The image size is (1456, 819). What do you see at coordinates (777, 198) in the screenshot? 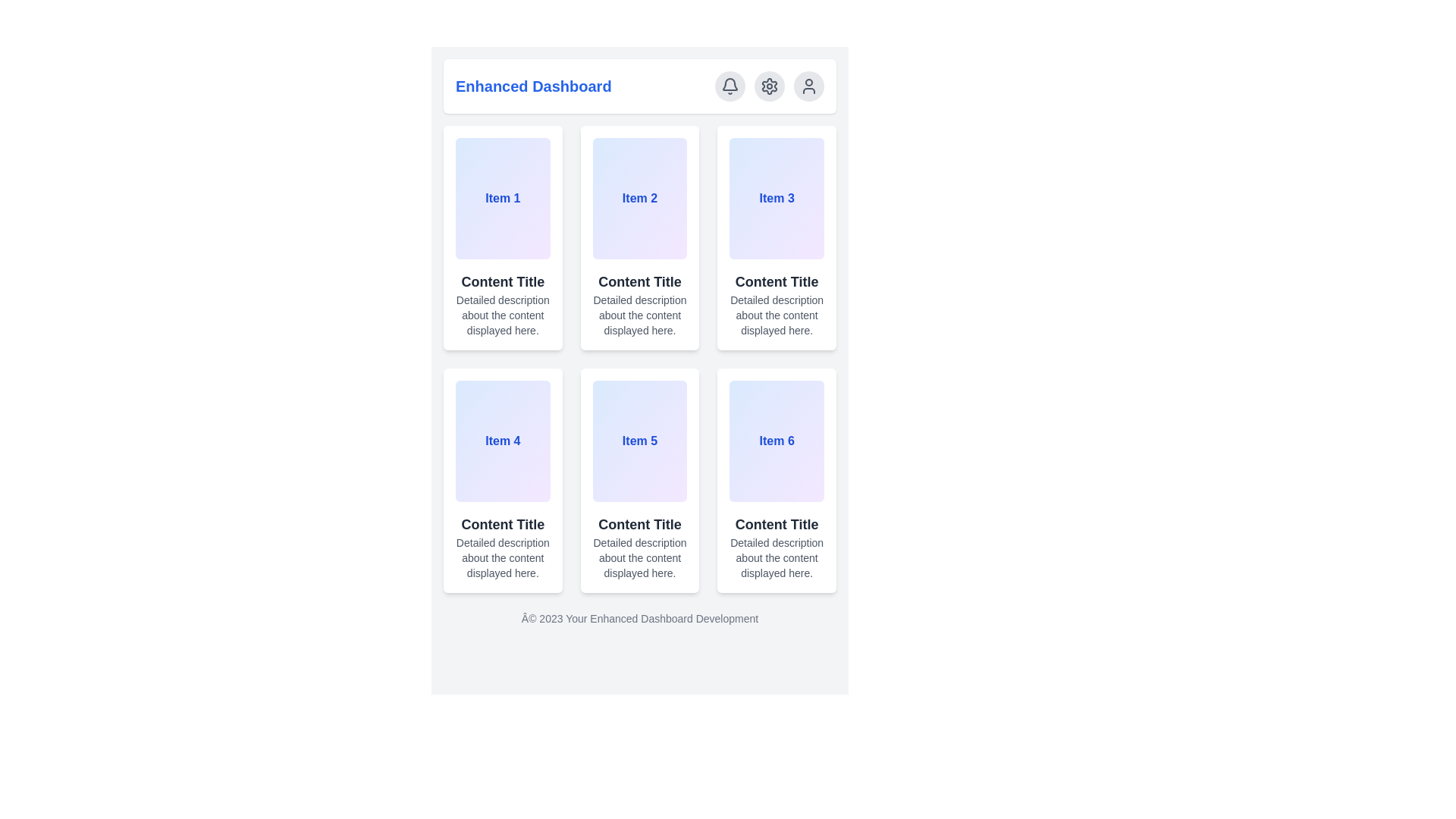
I see `the visual tile labeled 'Item 3' located in the top-right corner of the second row of the grid layout` at bounding box center [777, 198].